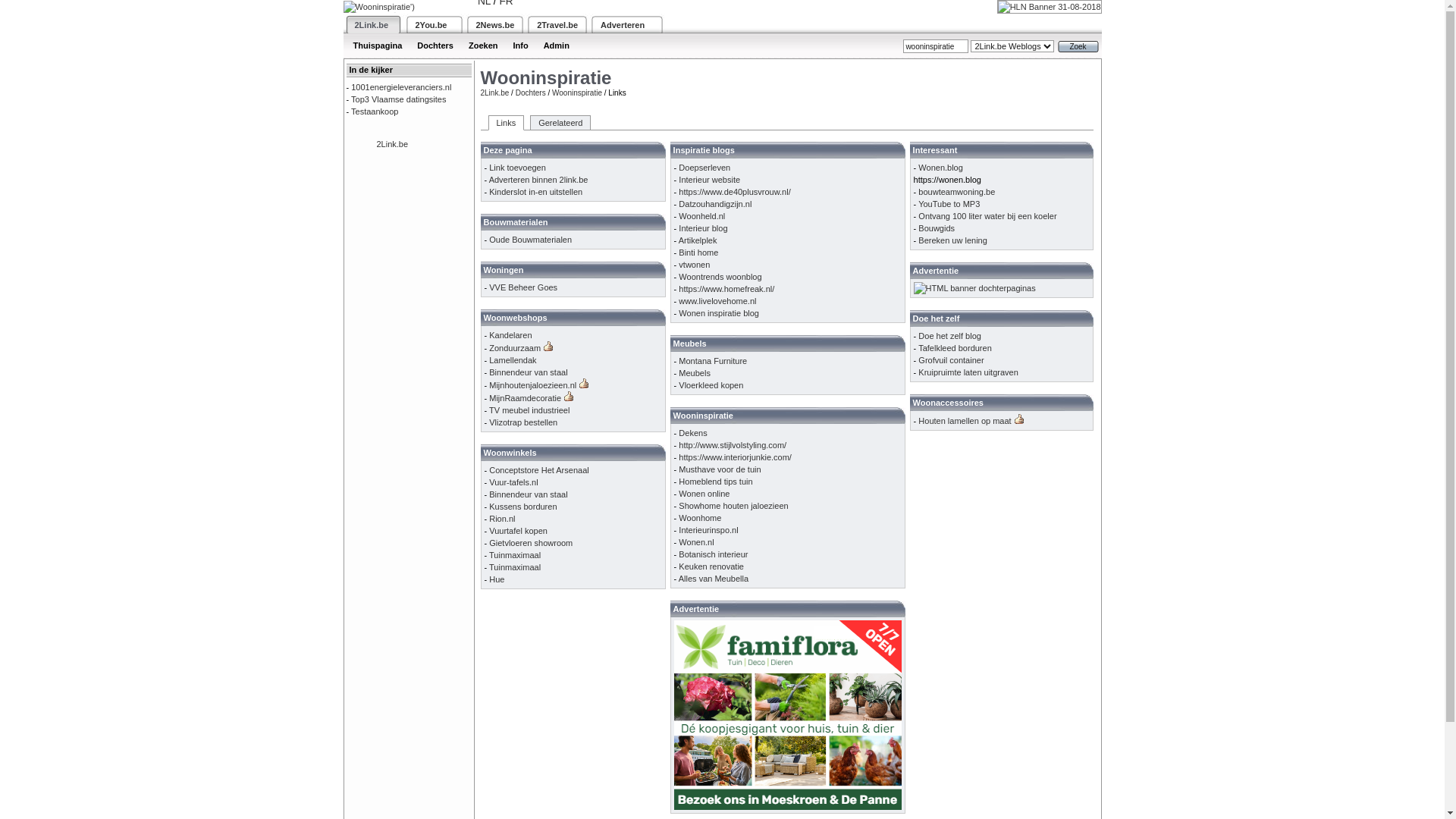 Image resolution: width=1456 pixels, height=819 pixels. Describe the element at coordinates (431, 25) in the screenshot. I see `'2You.be'` at that location.